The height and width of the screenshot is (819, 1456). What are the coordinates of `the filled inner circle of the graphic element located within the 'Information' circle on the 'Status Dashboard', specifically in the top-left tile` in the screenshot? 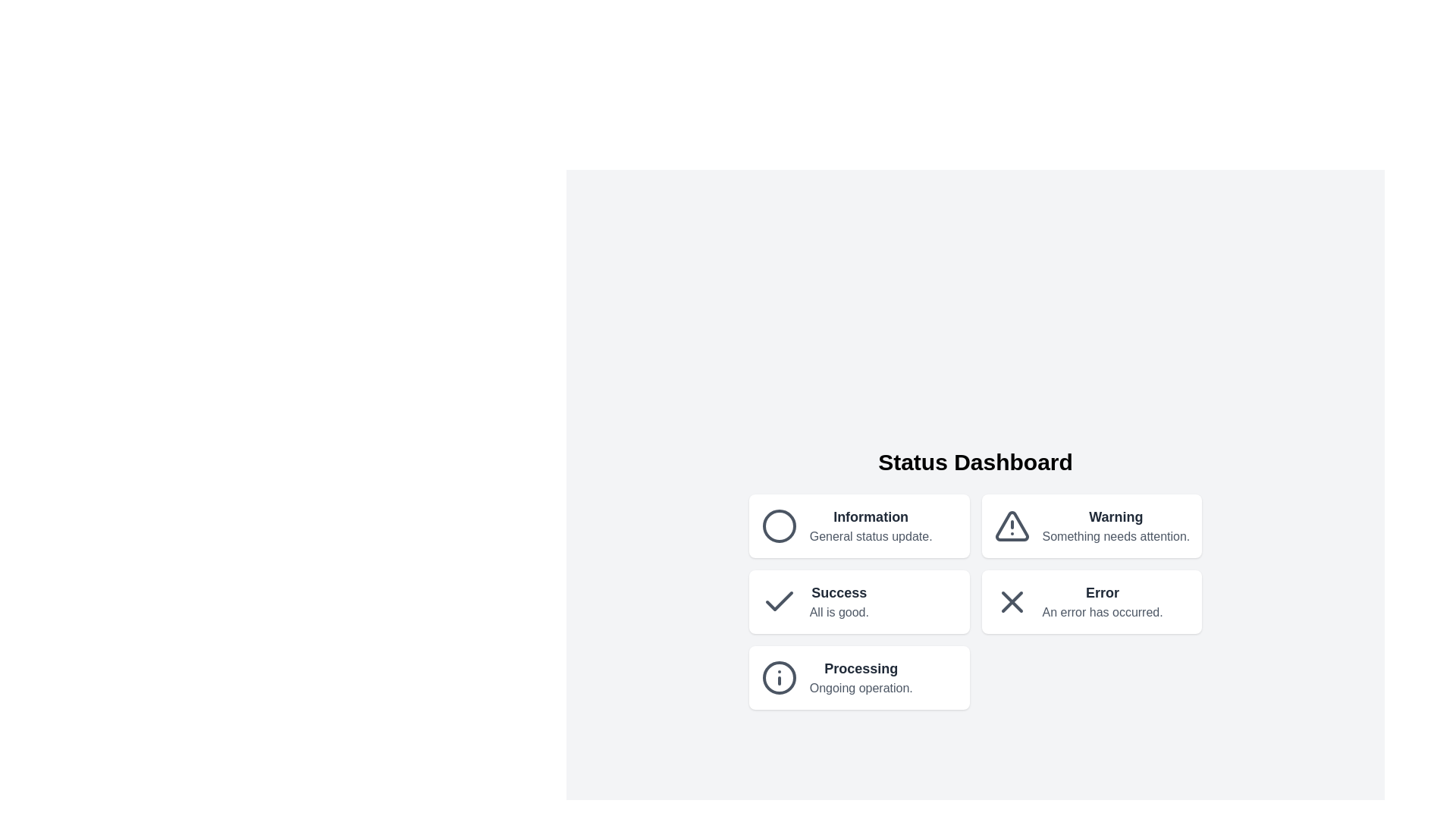 It's located at (779, 526).